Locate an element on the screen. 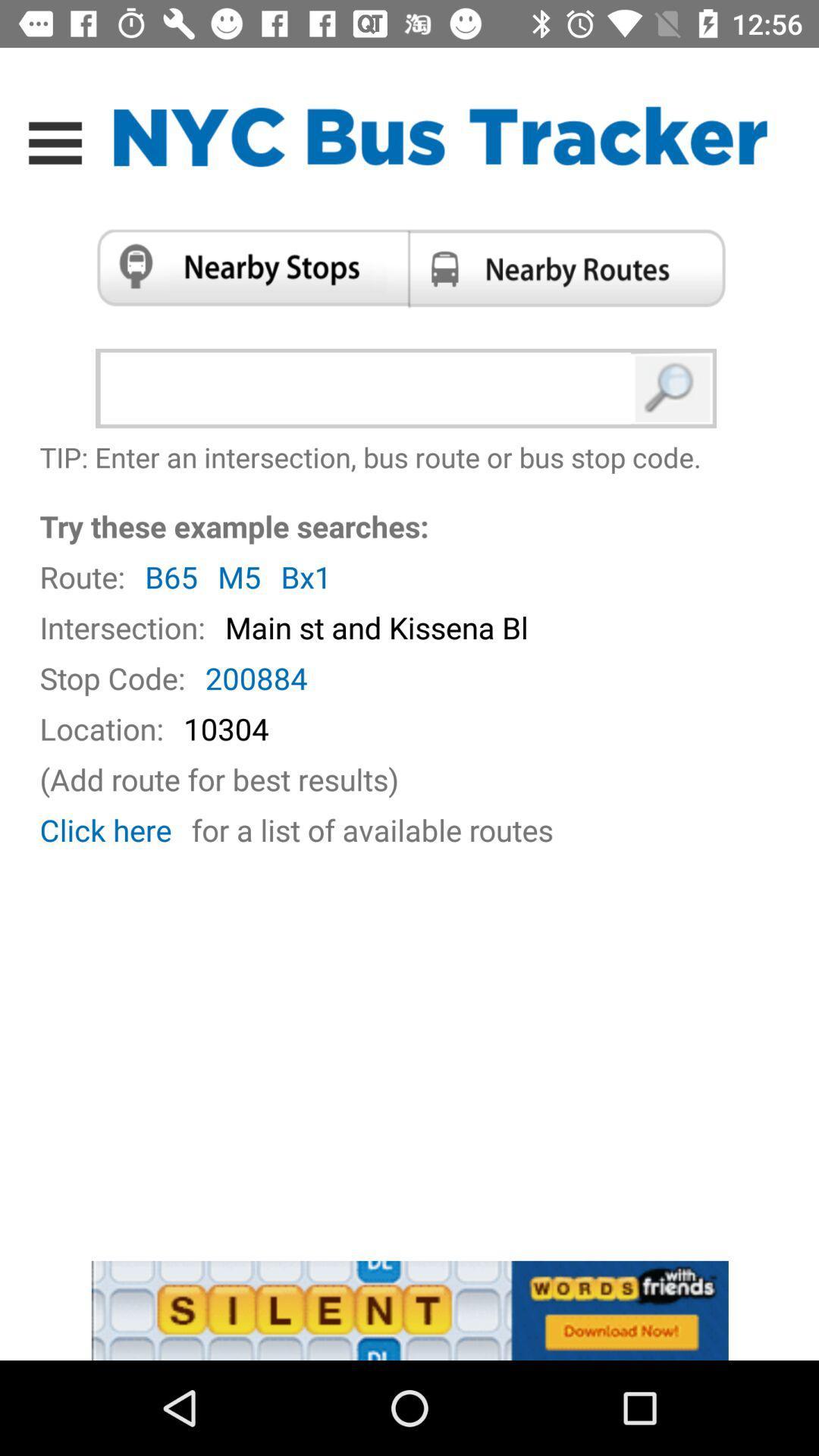 The image size is (819, 1456). advertisement display is located at coordinates (409, 1310).